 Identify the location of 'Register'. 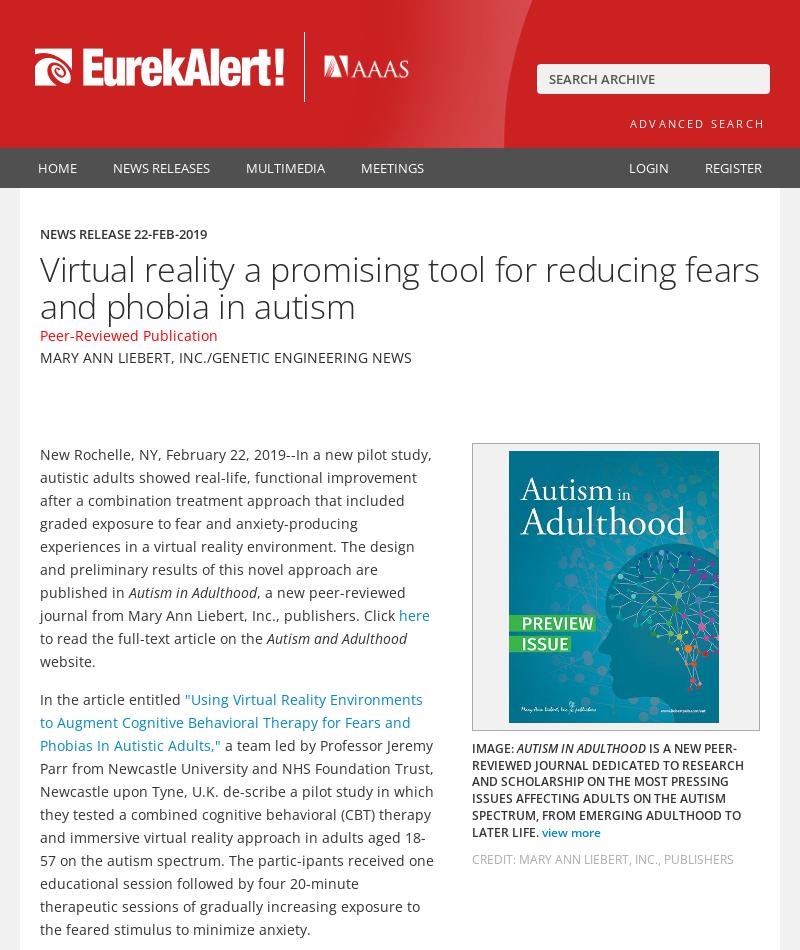
(732, 167).